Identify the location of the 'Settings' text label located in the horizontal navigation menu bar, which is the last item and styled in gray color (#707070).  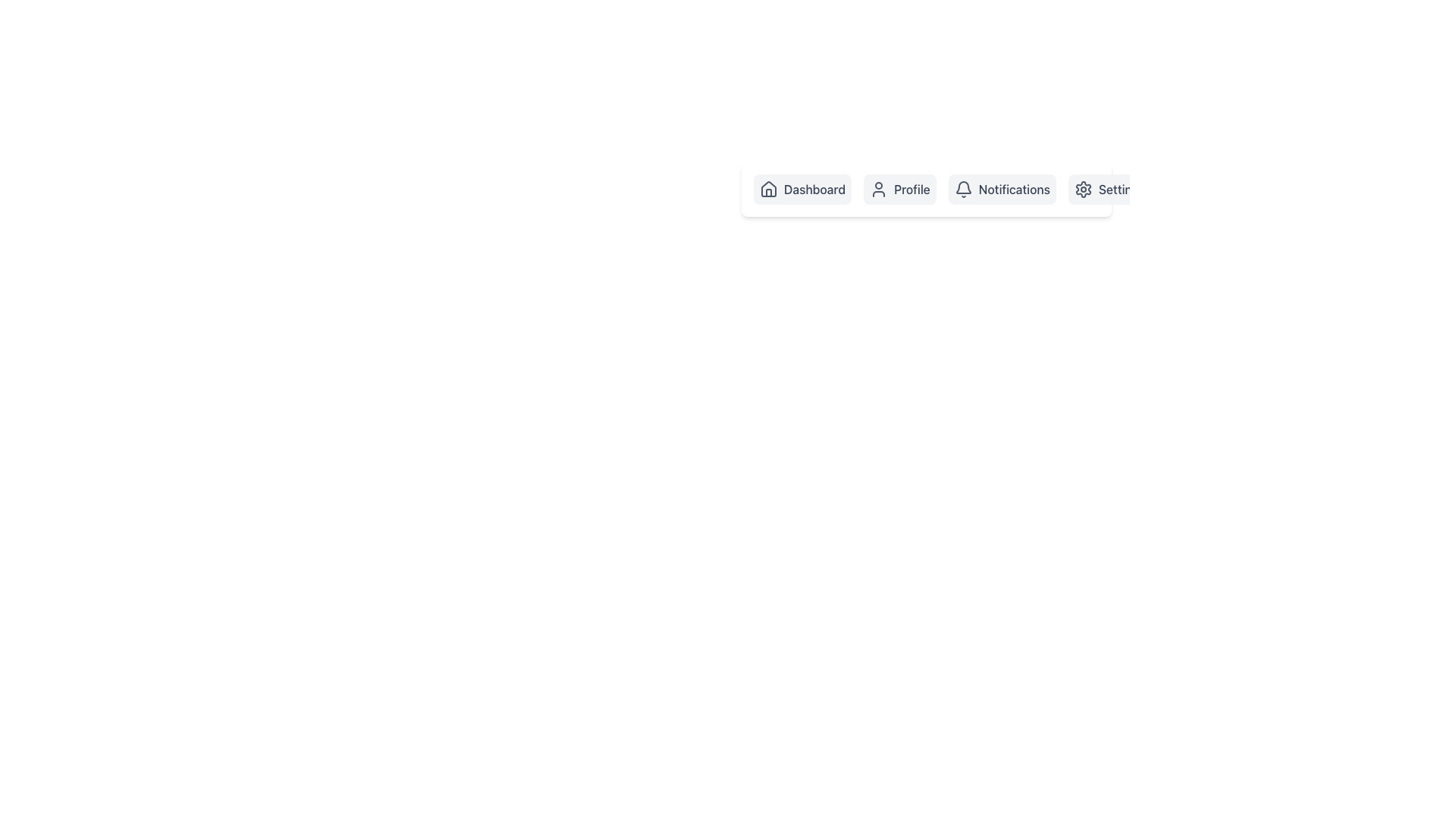
(1122, 189).